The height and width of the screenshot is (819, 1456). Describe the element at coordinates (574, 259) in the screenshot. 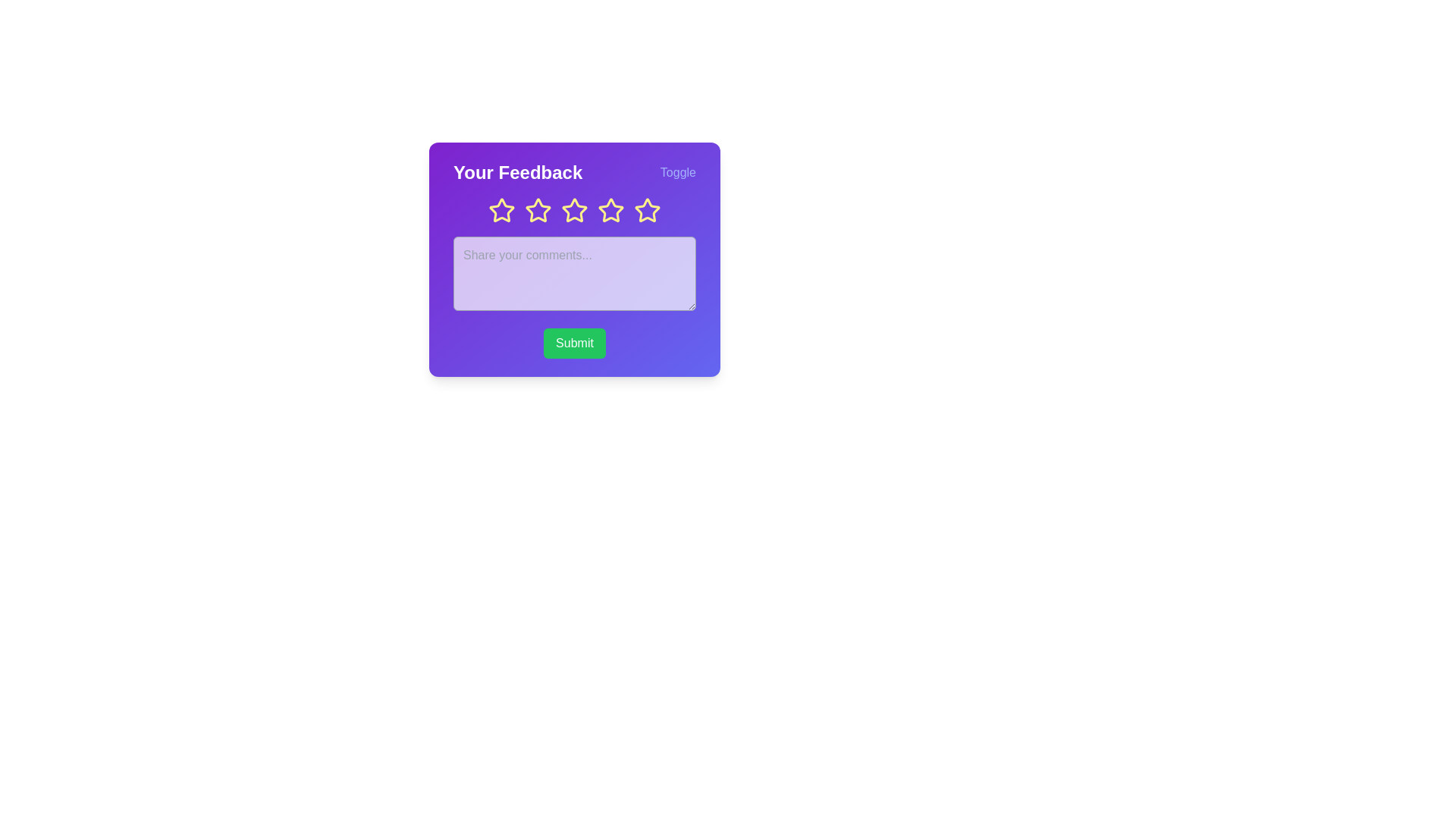

I see `the text input area for feedback, which is centered below the star icons and above the 'Submit' button` at that location.